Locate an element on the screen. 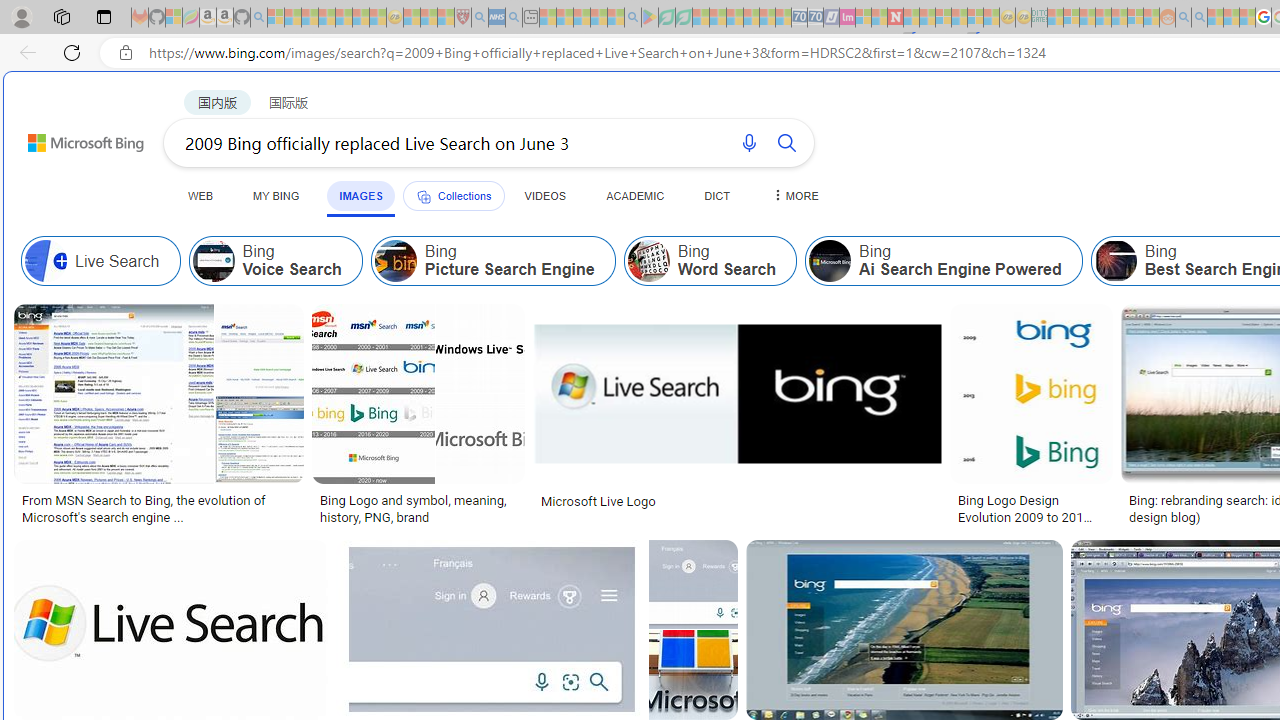  'Local - MSN - Sleeping' is located at coordinates (445, 17).